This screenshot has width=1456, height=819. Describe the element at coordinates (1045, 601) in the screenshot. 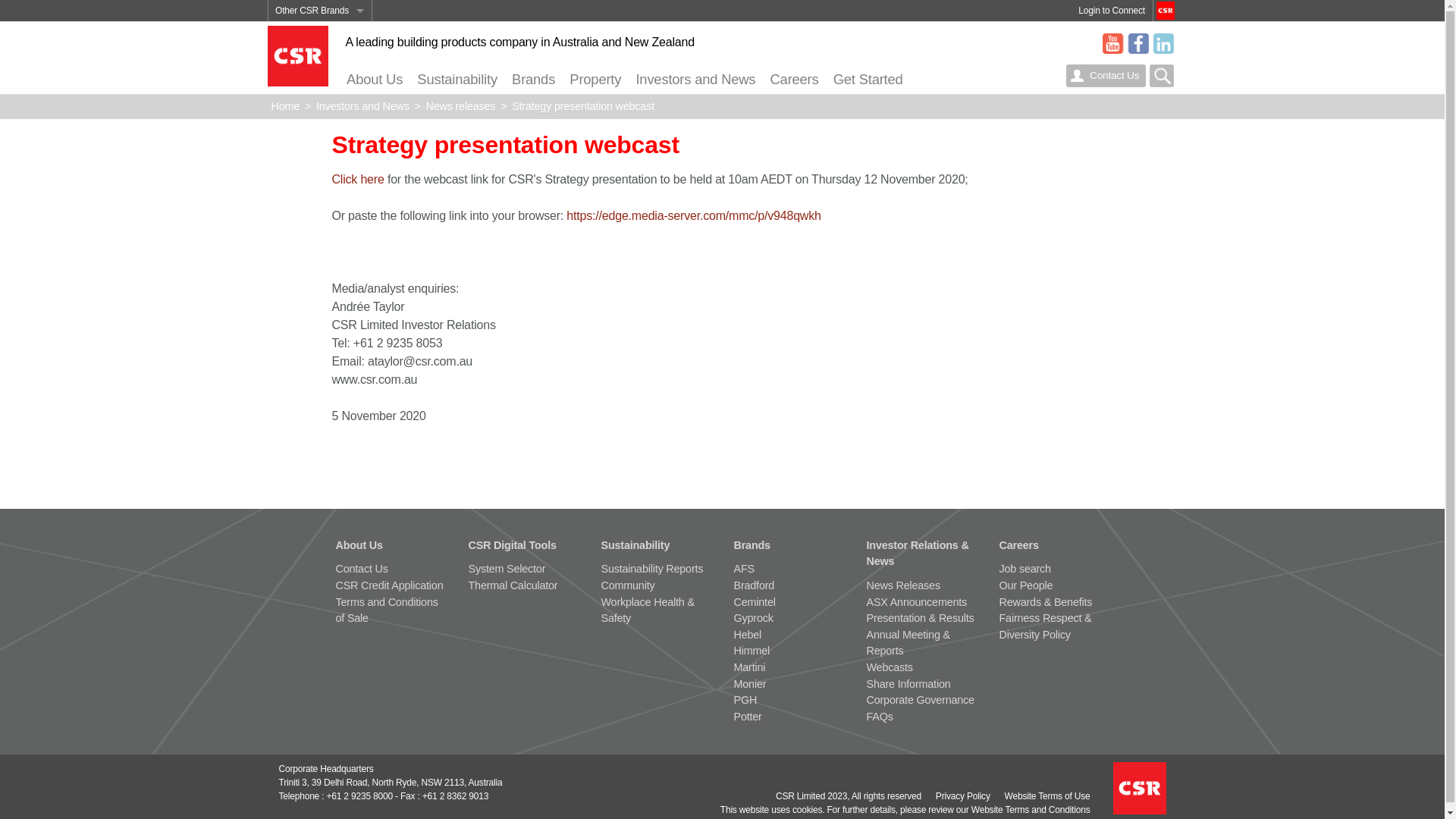

I see `'Rewards & Benefits'` at that location.